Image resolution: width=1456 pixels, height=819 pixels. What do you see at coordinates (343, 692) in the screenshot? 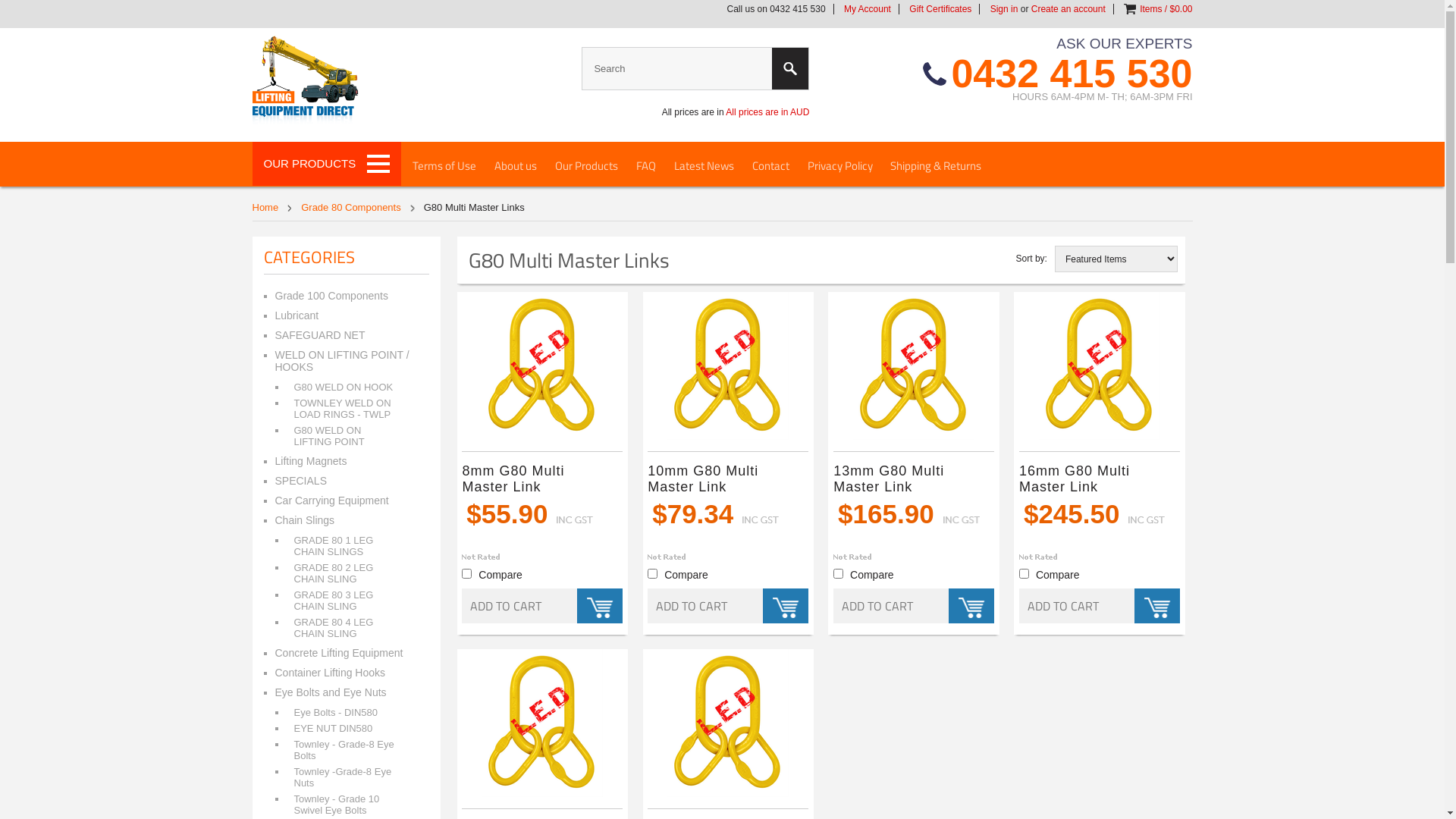
I see `'Eye Bolts and Eye Nuts'` at bounding box center [343, 692].